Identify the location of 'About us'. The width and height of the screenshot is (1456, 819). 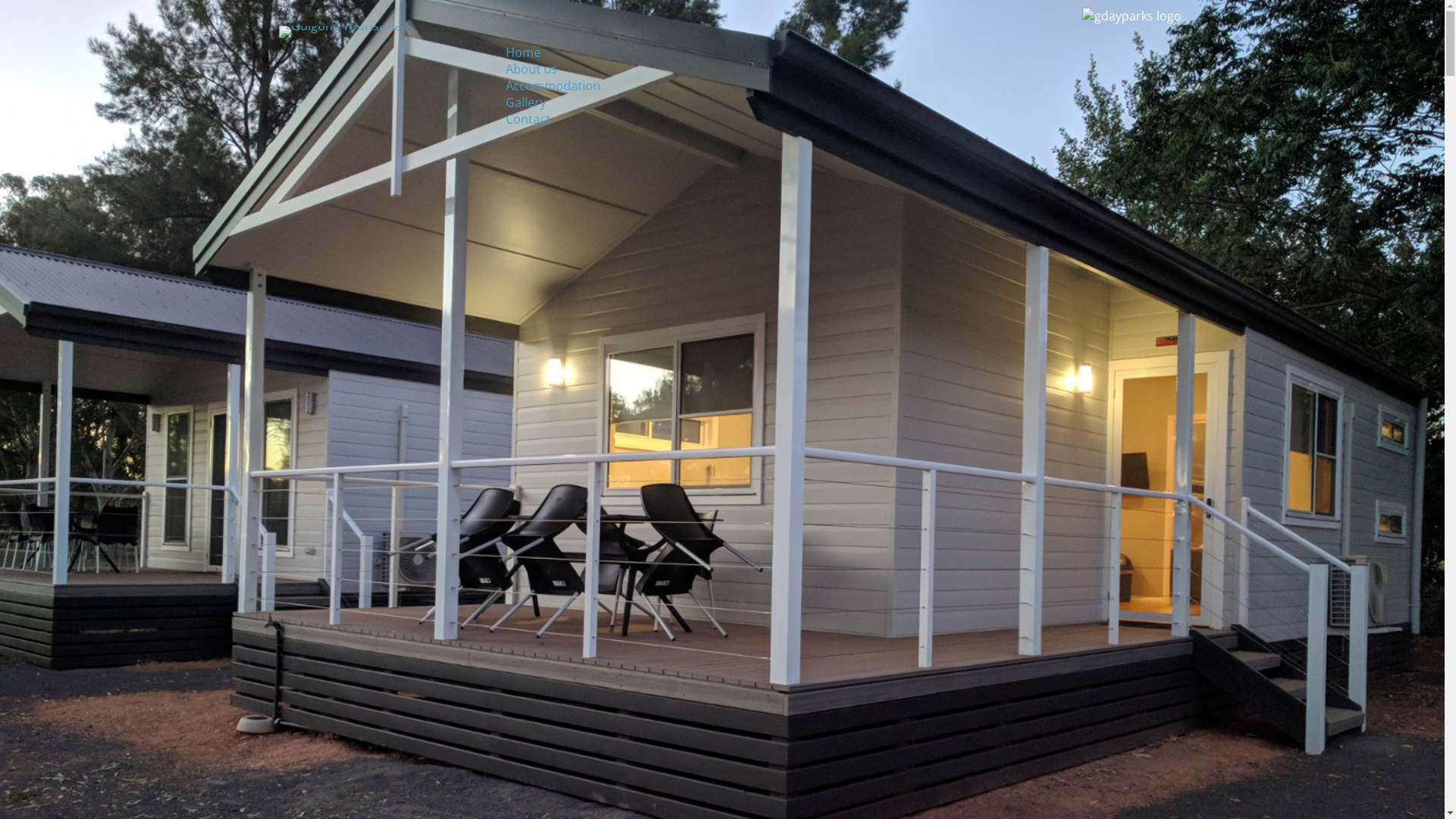
(531, 69).